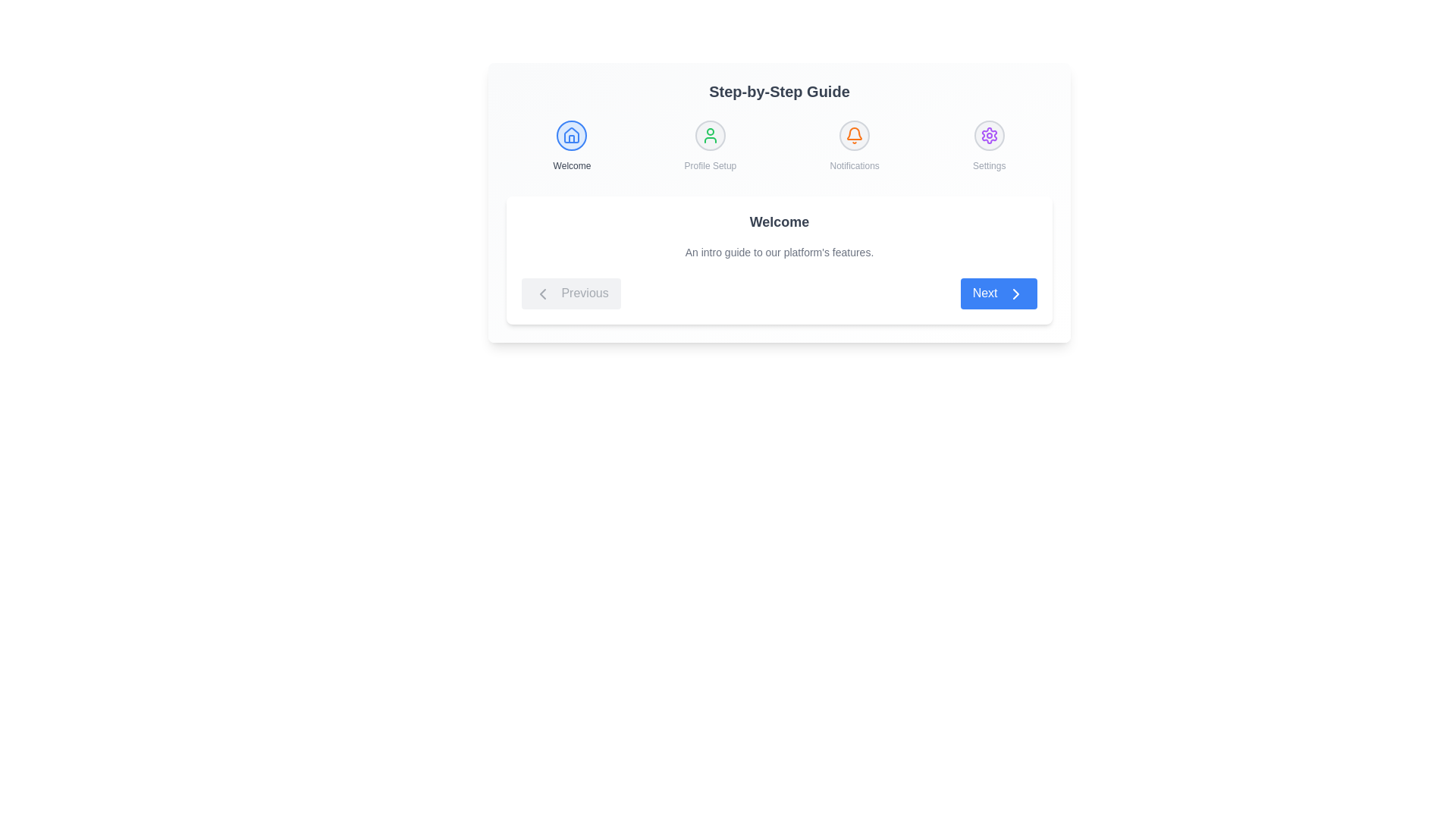  What do you see at coordinates (855, 134) in the screenshot?
I see `the notifications icon located in the guide section` at bounding box center [855, 134].